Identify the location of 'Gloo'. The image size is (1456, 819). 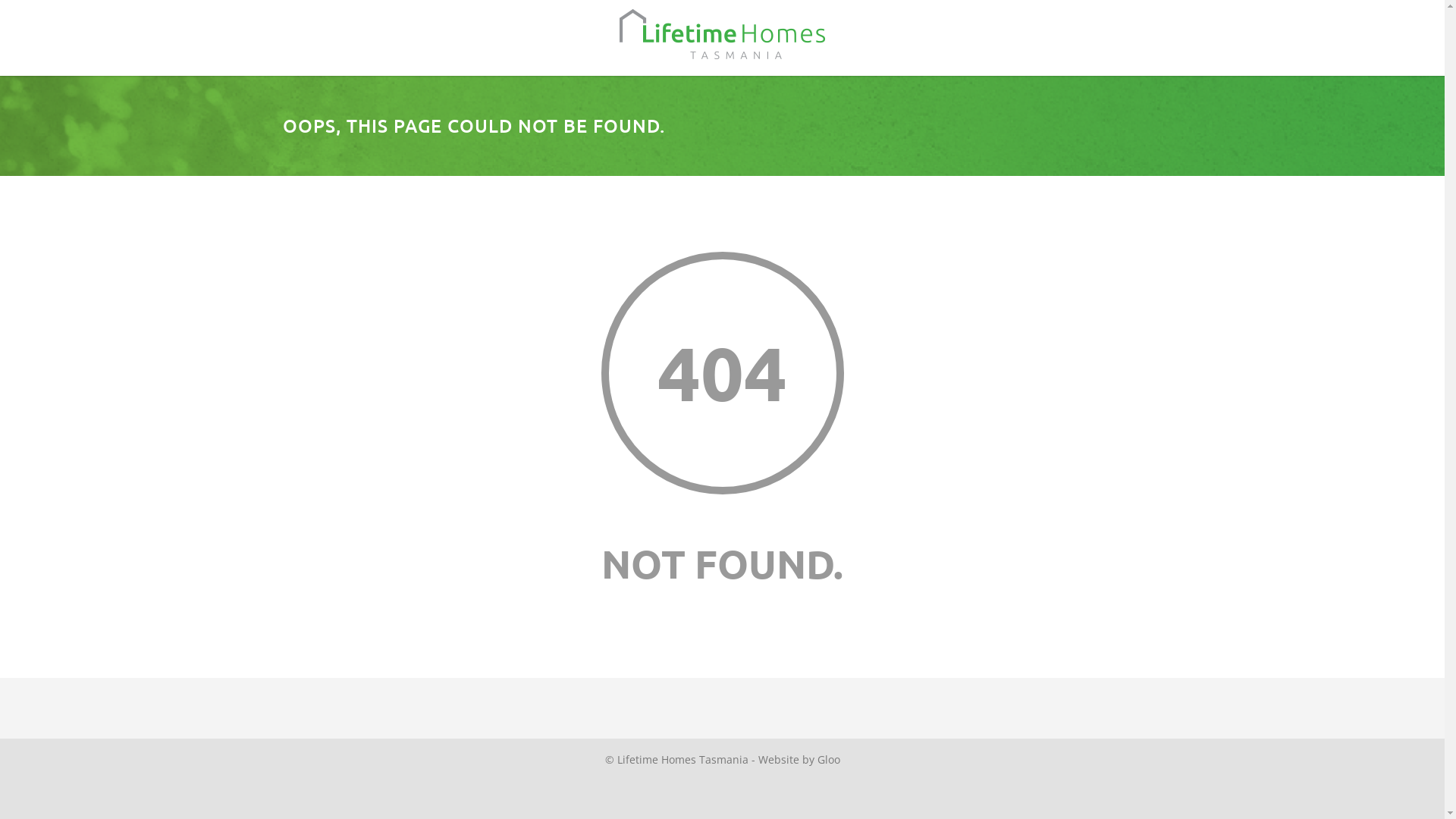
(817, 759).